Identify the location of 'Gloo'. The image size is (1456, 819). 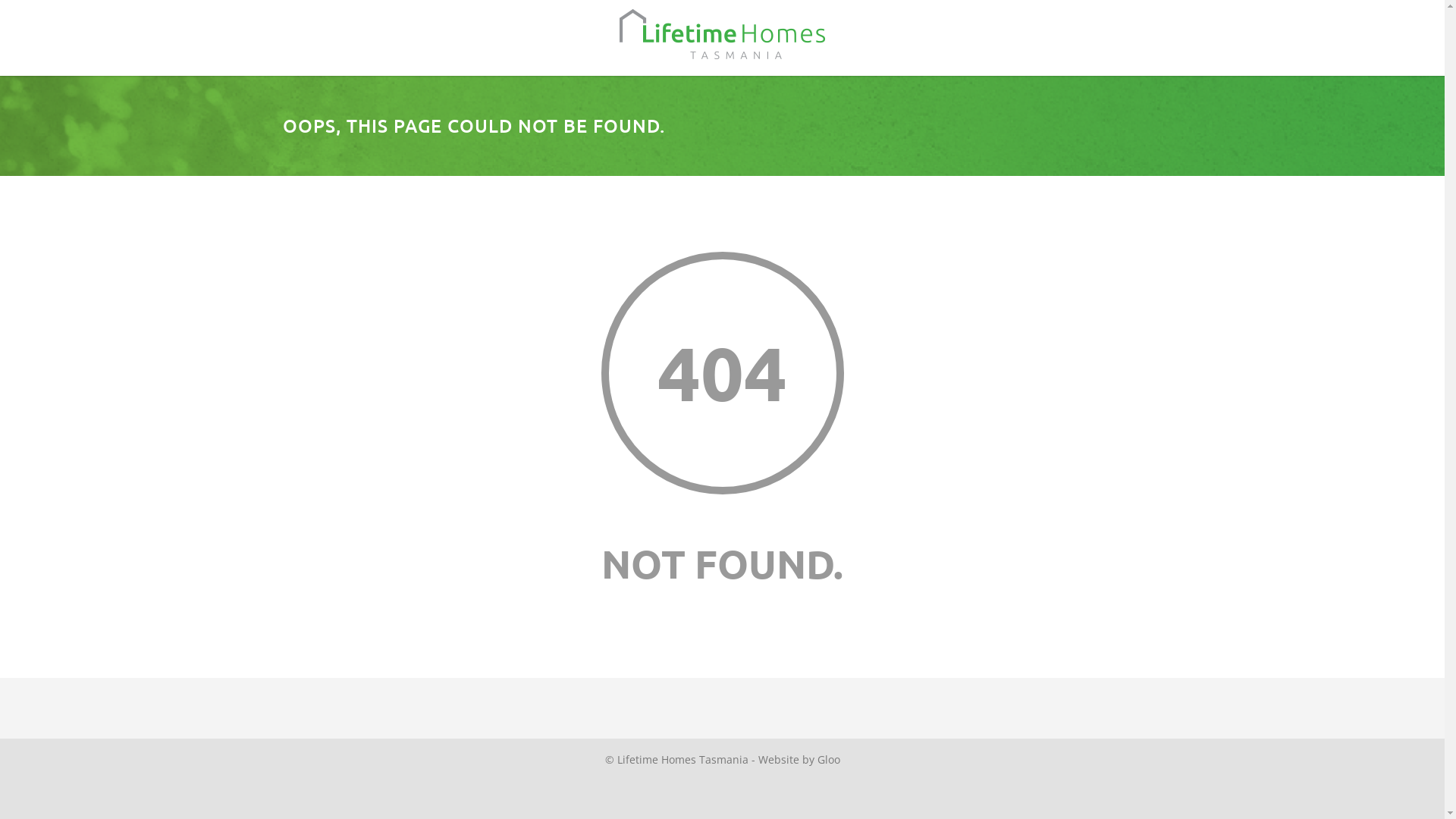
(817, 759).